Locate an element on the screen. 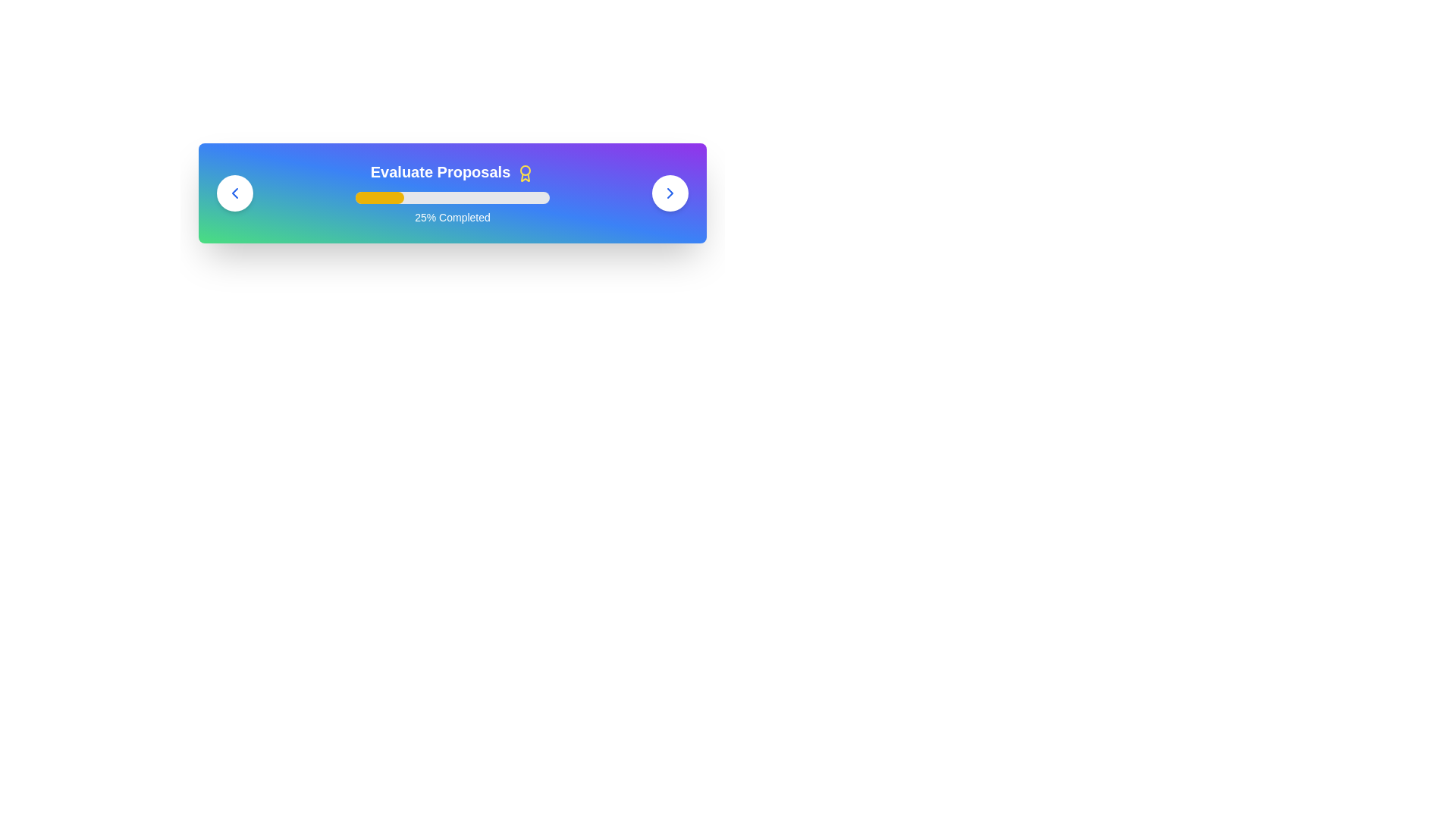  the Progress Bar located directly below the 'Evaluate Proposals' text and above '25% Completed' is located at coordinates (451, 197).